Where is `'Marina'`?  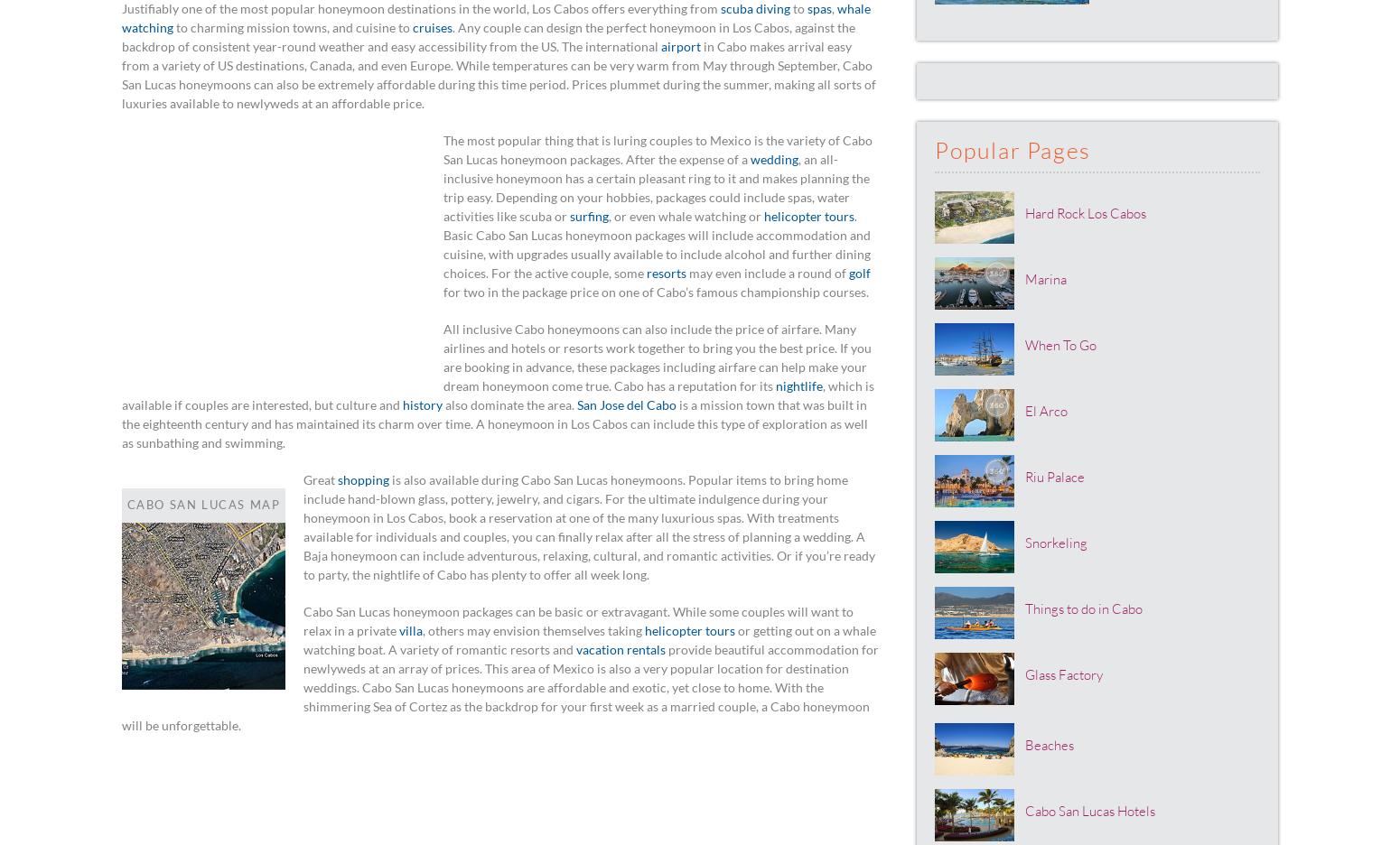
'Marina' is located at coordinates (1045, 278).